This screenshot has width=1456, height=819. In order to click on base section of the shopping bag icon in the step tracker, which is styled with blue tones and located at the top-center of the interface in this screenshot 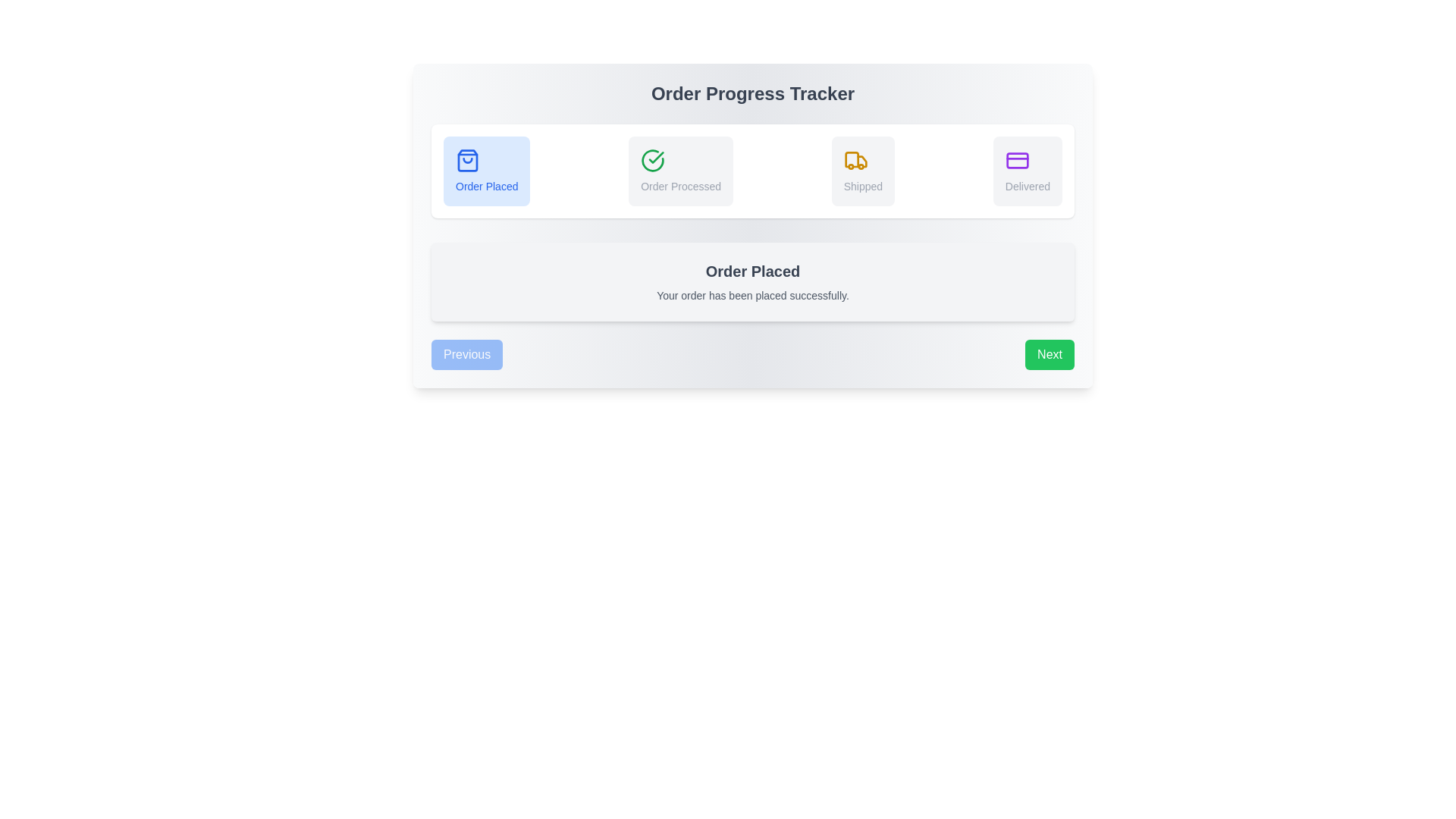, I will do `click(467, 161)`.